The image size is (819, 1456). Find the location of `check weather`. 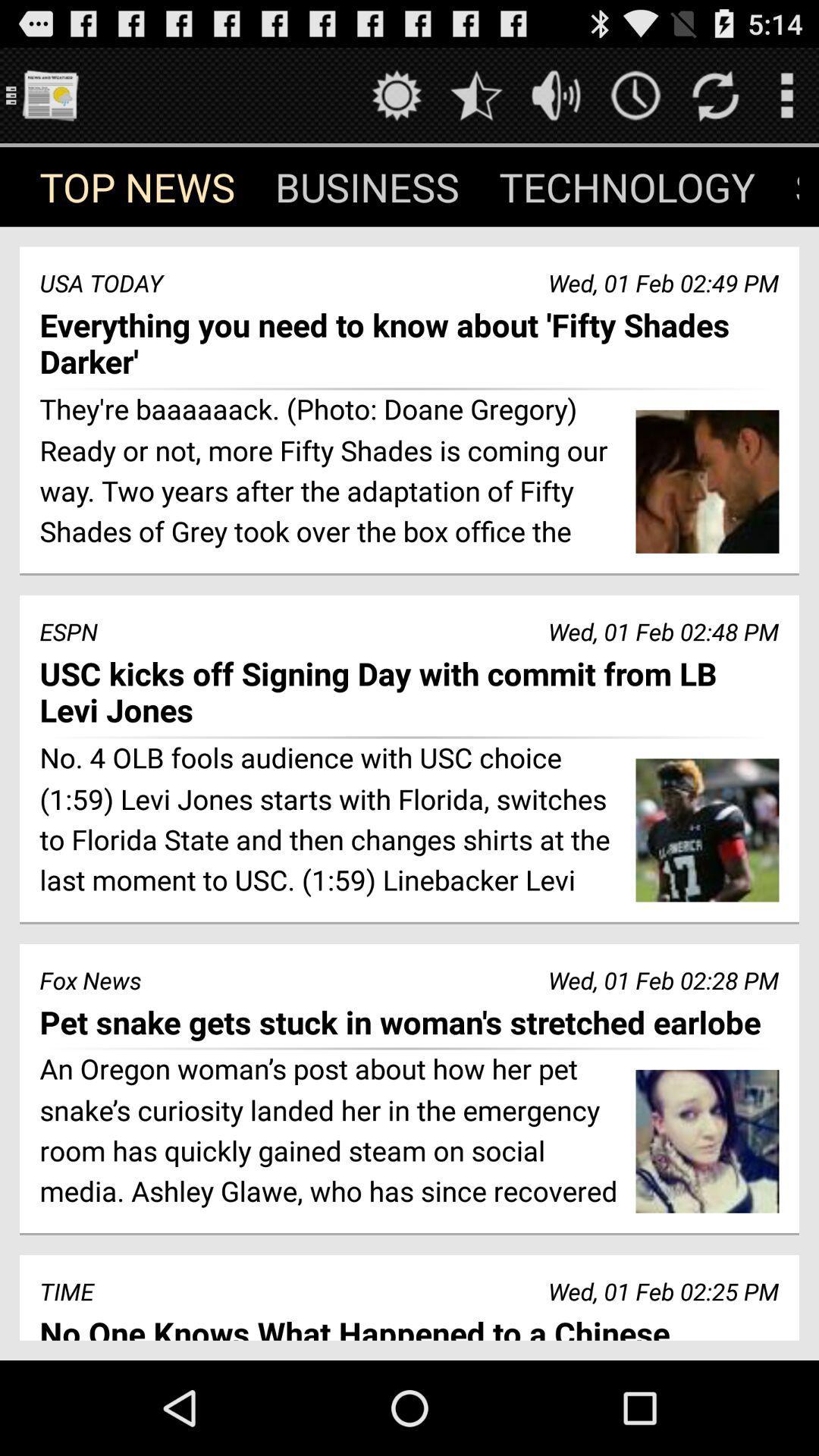

check weather is located at coordinates (396, 94).